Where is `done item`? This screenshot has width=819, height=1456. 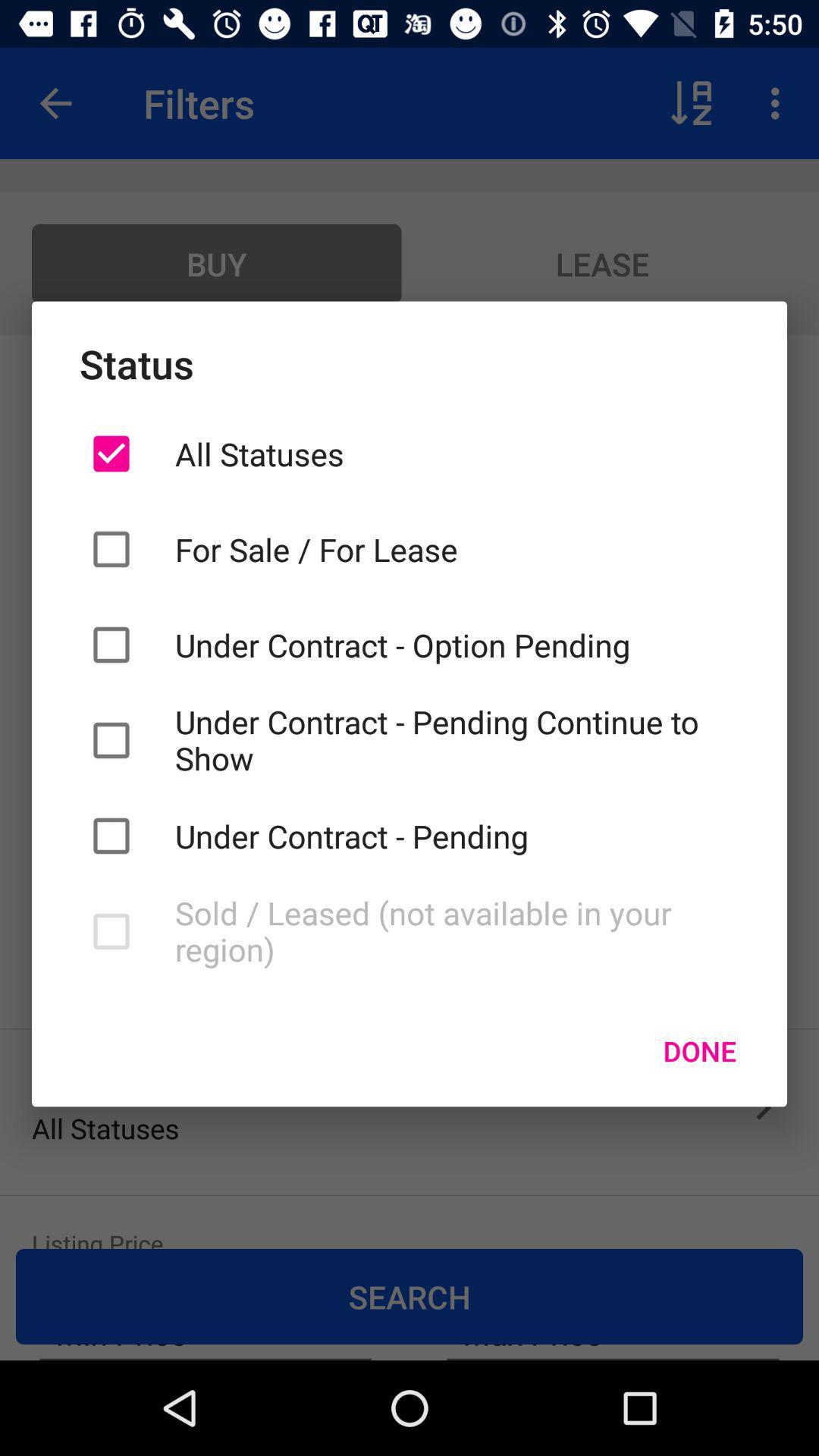
done item is located at coordinates (699, 1050).